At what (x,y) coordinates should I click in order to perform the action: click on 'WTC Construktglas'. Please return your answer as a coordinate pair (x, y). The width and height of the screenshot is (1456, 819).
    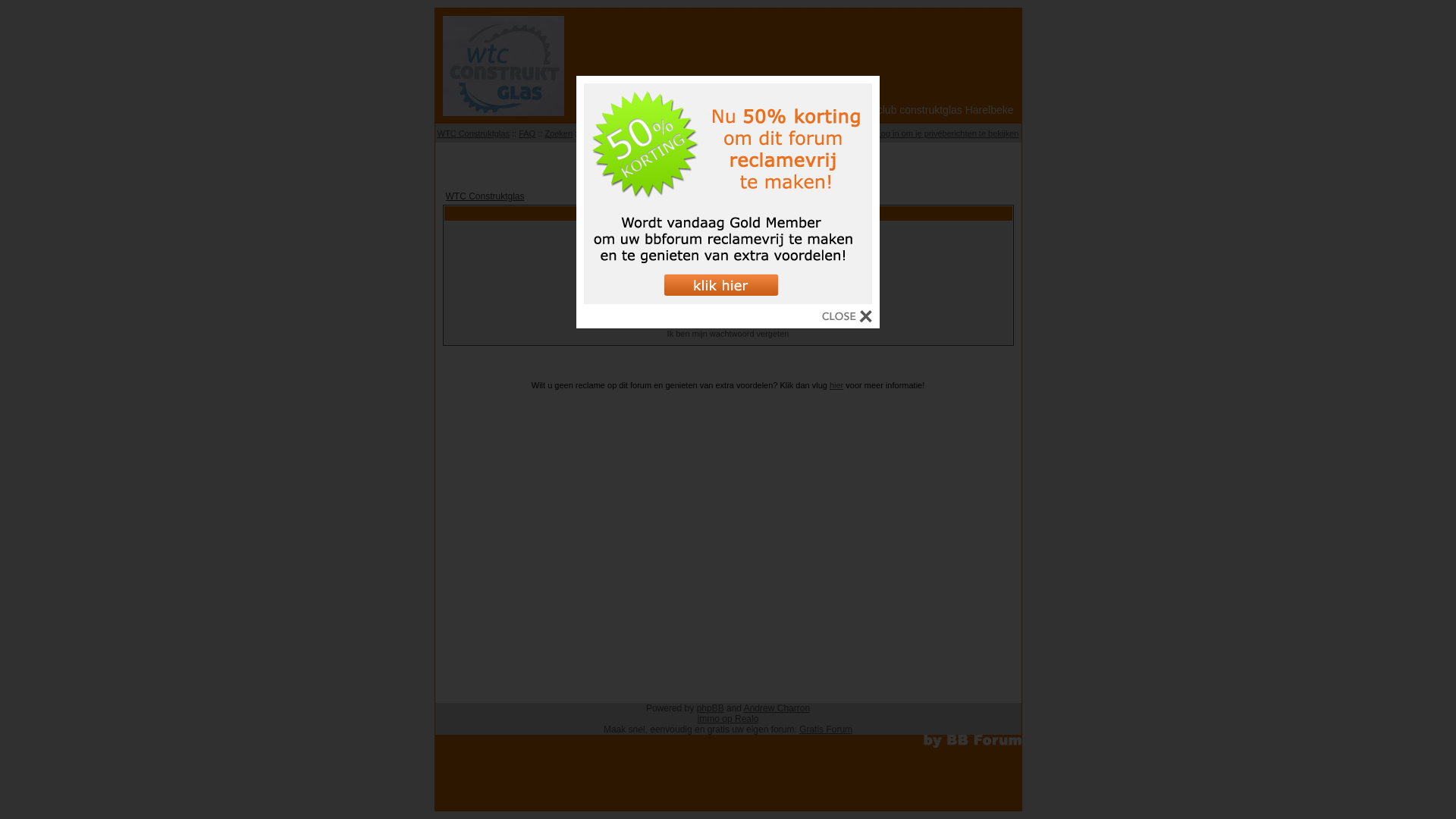
    Looking at the image, I should click on (484, 195).